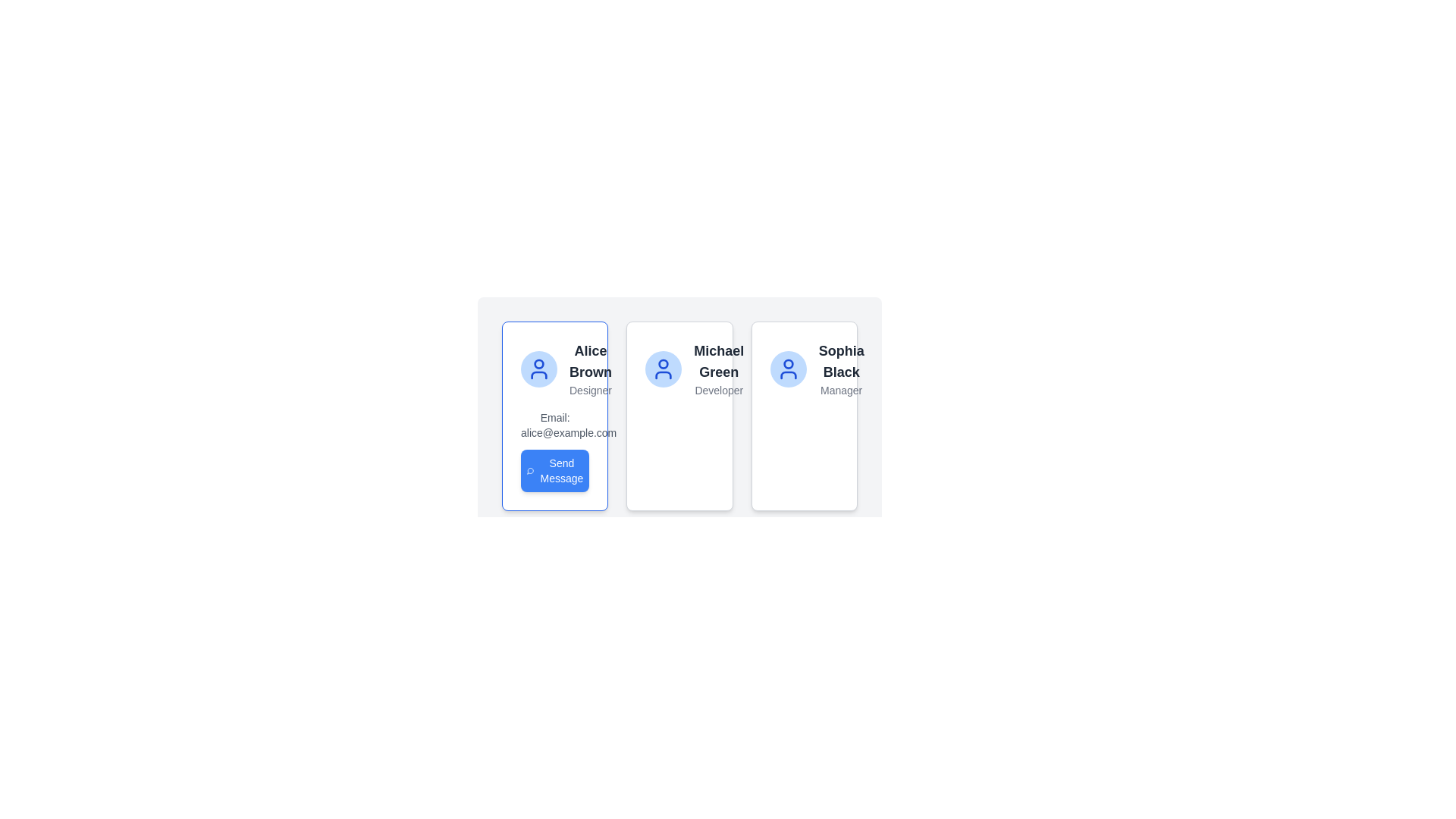 This screenshot has height=819, width=1456. What do you see at coordinates (589, 390) in the screenshot?
I see `the static text label that describes the role or position associated with the user 'Alice Brown', located beneath the name and above the email information in the user profile card` at bounding box center [589, 390].